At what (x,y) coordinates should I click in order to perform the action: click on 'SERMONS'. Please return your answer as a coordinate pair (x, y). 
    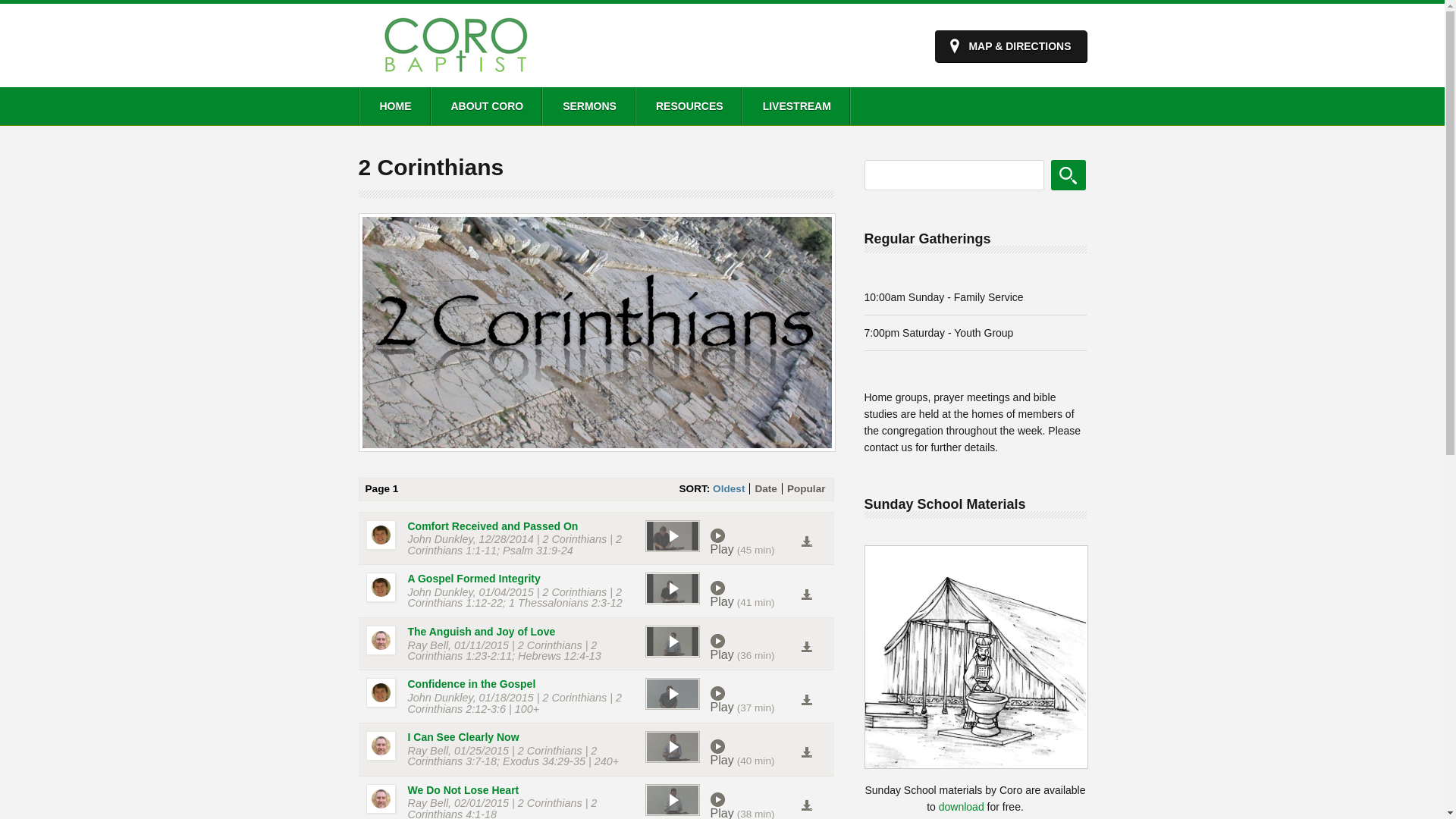
    Looking at the image, I should click on (588, 105).